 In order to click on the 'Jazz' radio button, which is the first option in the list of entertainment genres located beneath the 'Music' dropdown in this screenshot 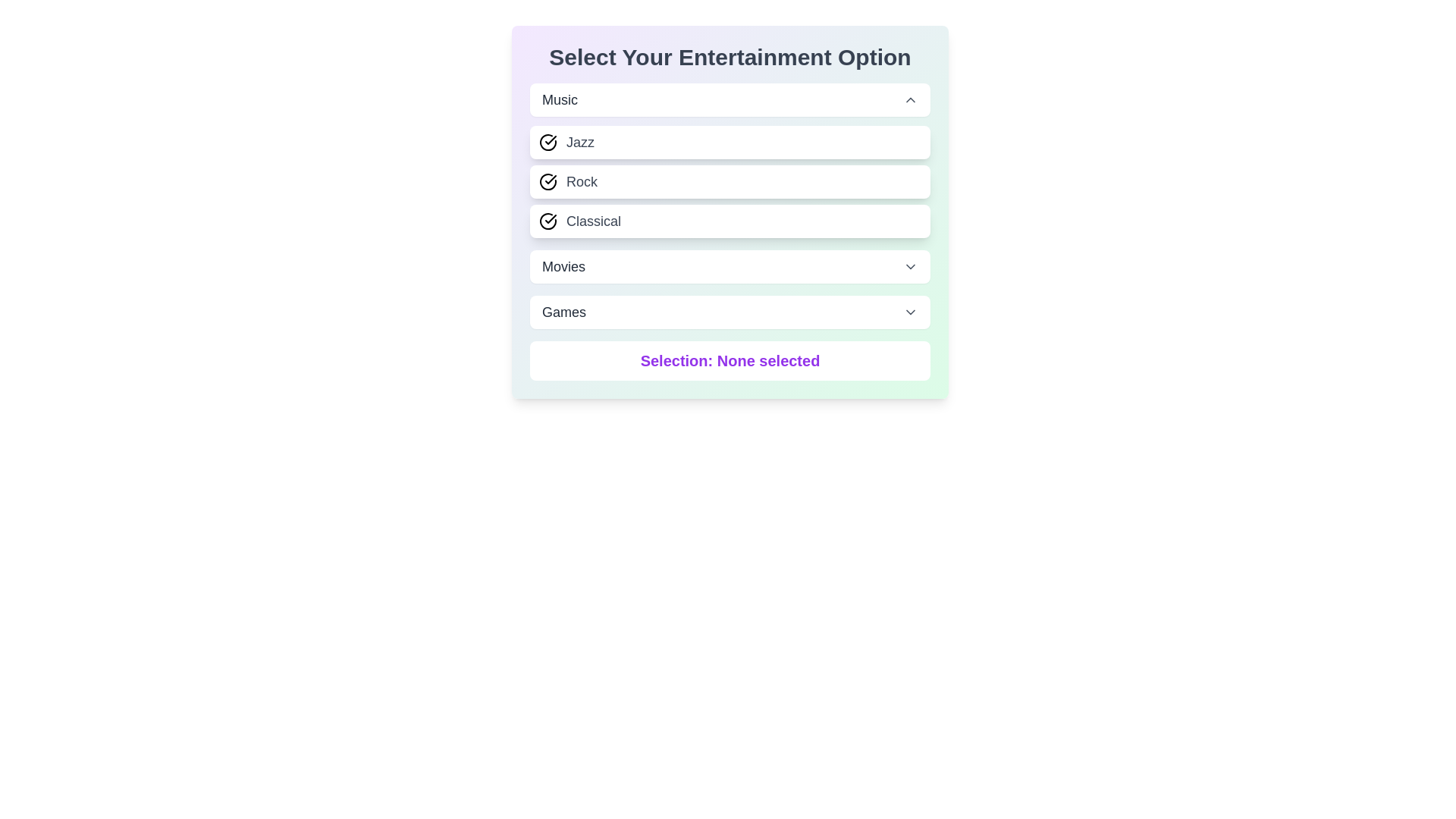, I will do `click(730, 143)`.